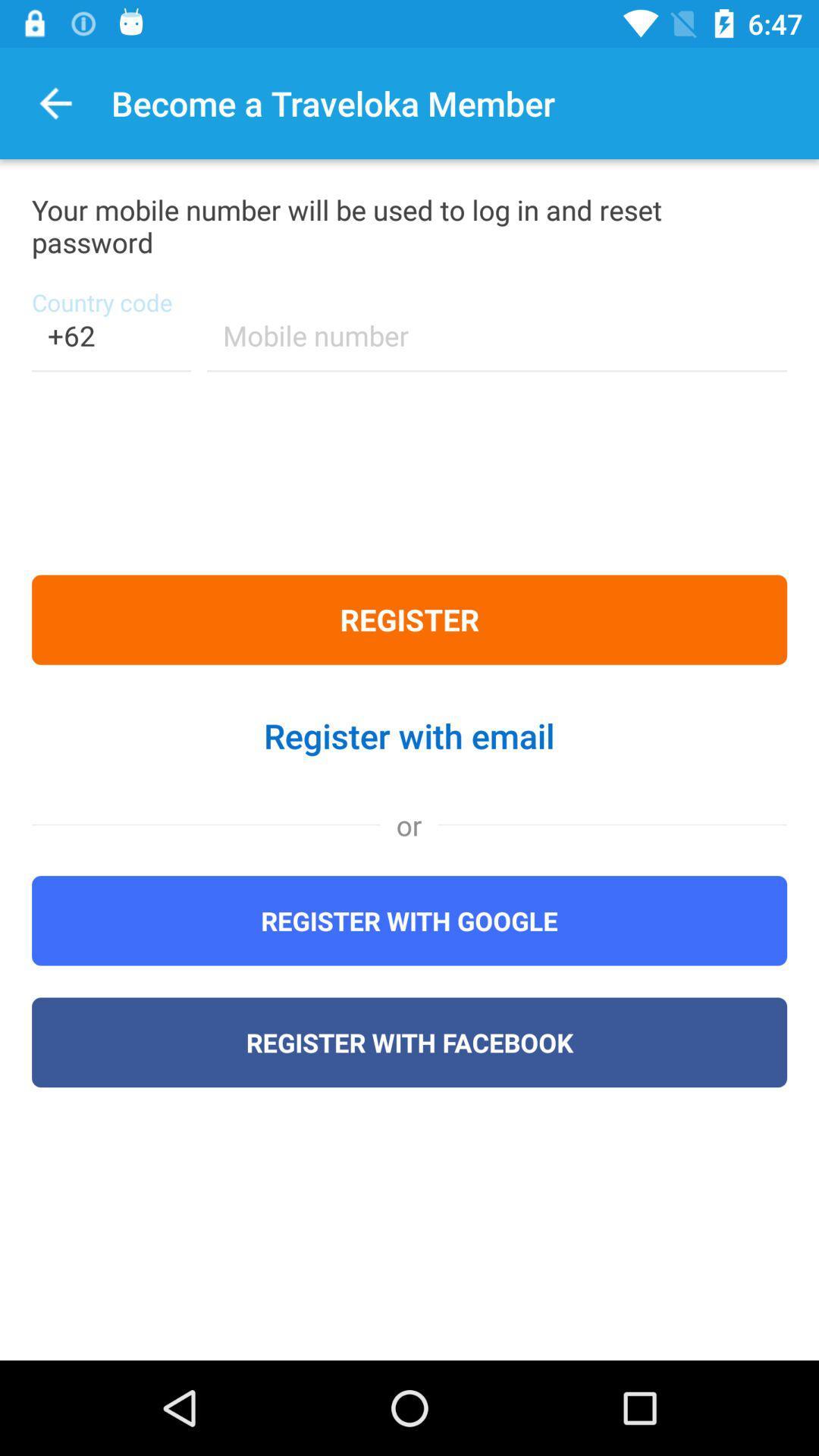  Describe the element at coordinates (55, 102) in the screenshot. I see `the item to the left of become a traveloka icon` at that location.